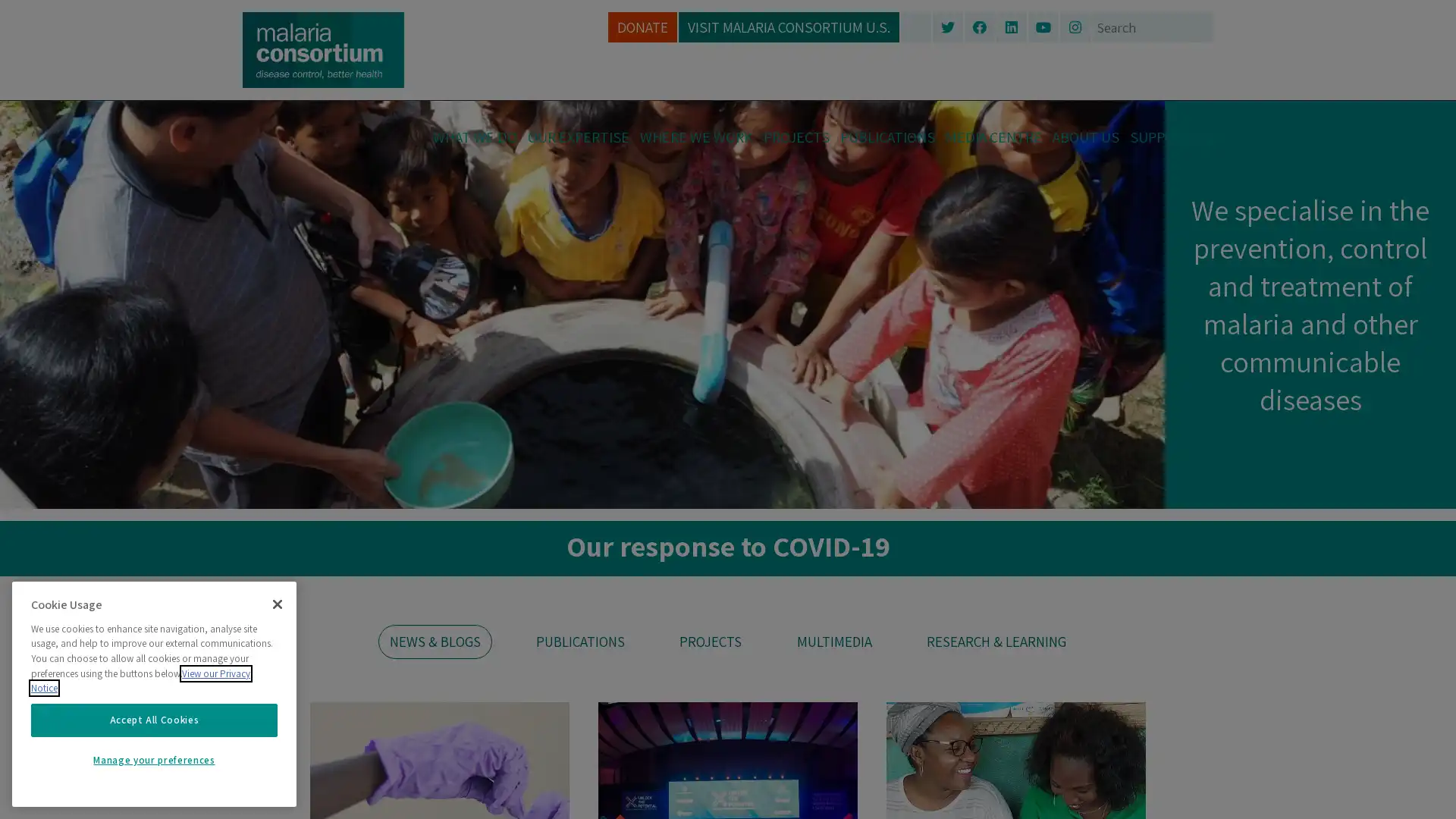 This screenshot has height=819, width=1456. What do you see at coordinates (154, 719) in the screenshot?
I see `Accept All Cookies` at bounding box center [154, 719].